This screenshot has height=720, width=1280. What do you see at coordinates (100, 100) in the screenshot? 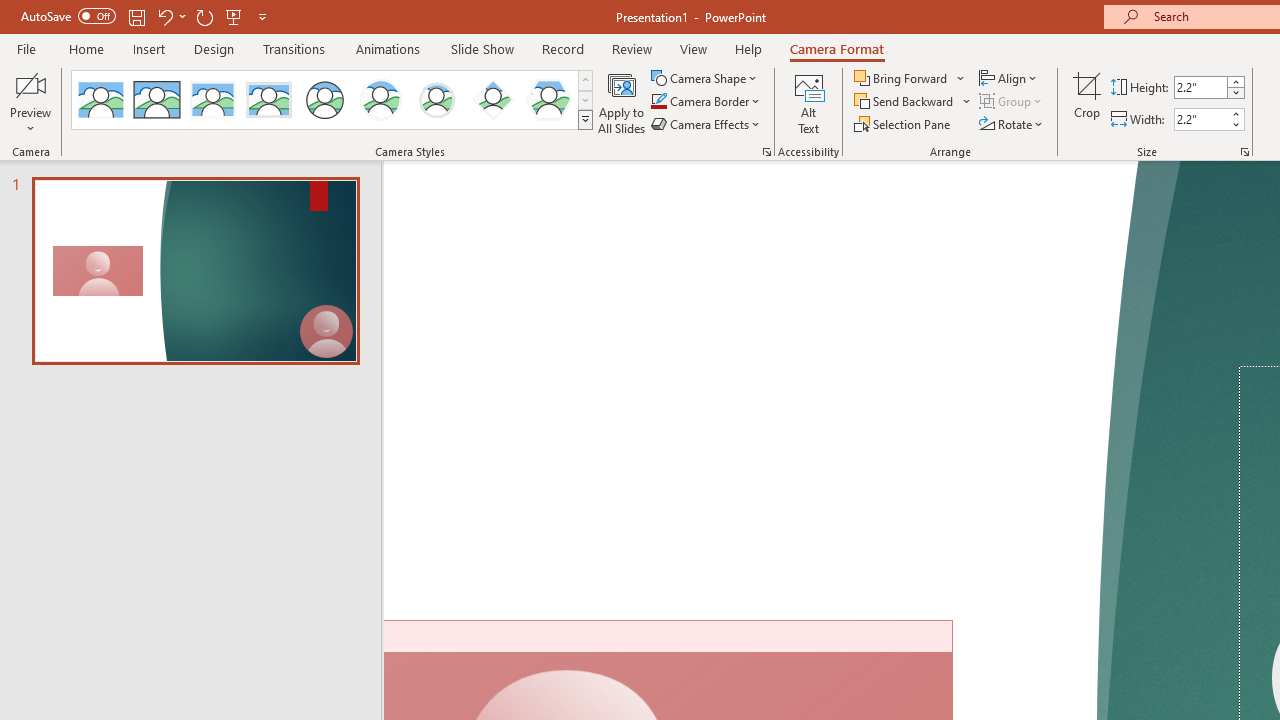
I see `'No Style'` at bounding box center [100, 100].